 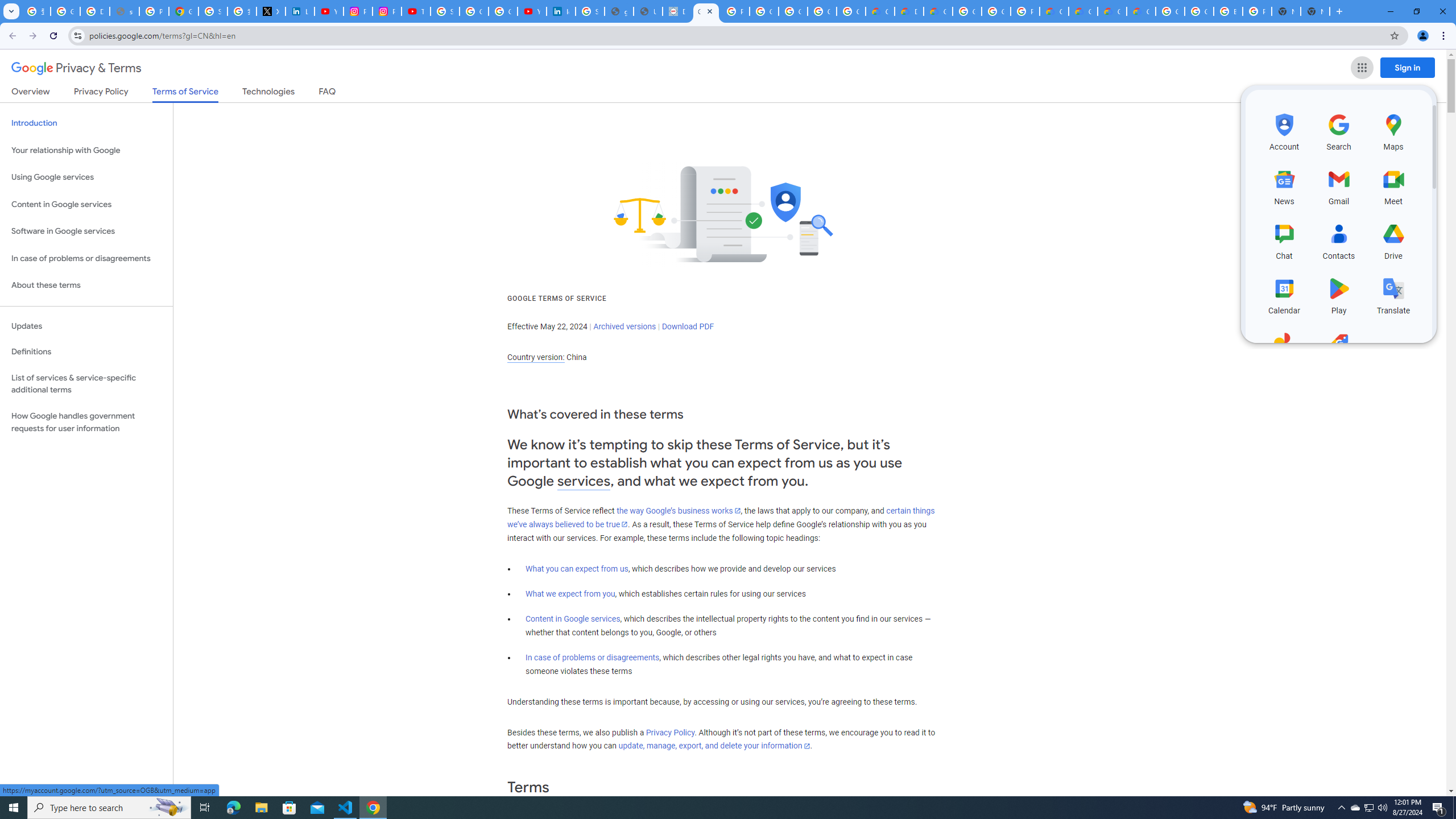 What do you see at coordinates (11, 11) in the screenshot?
I see `'Search tabs'` at bounding box center [11, 11].